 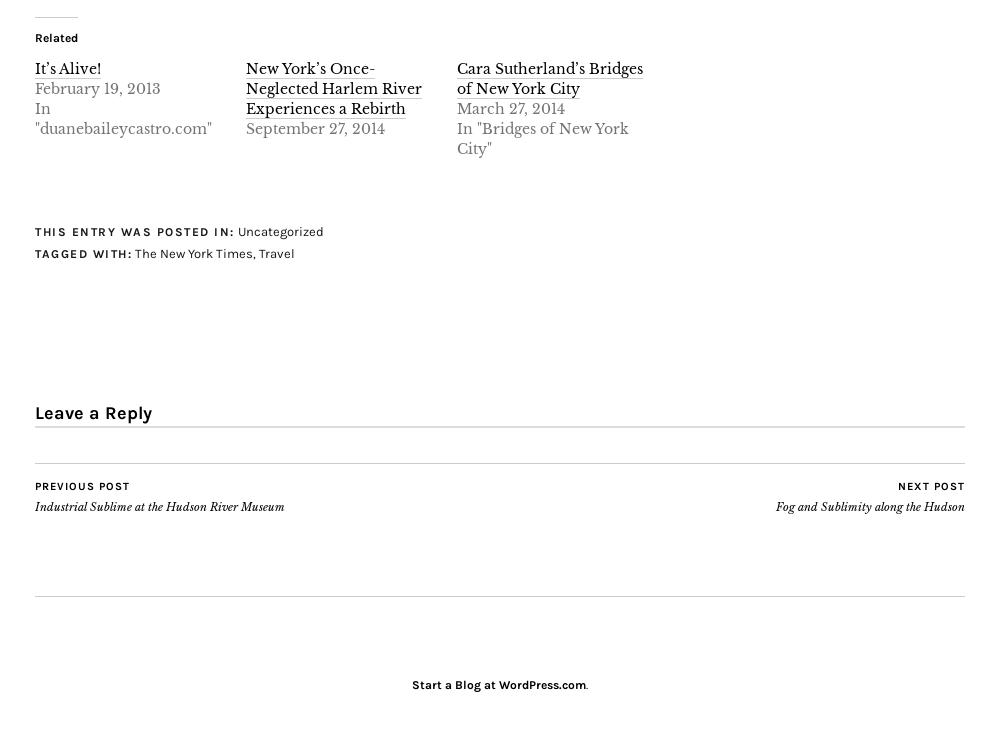 What do you see at coordinates (586, 683) in the screenshot?
I see `'.'` at bounding box center [586, 683].